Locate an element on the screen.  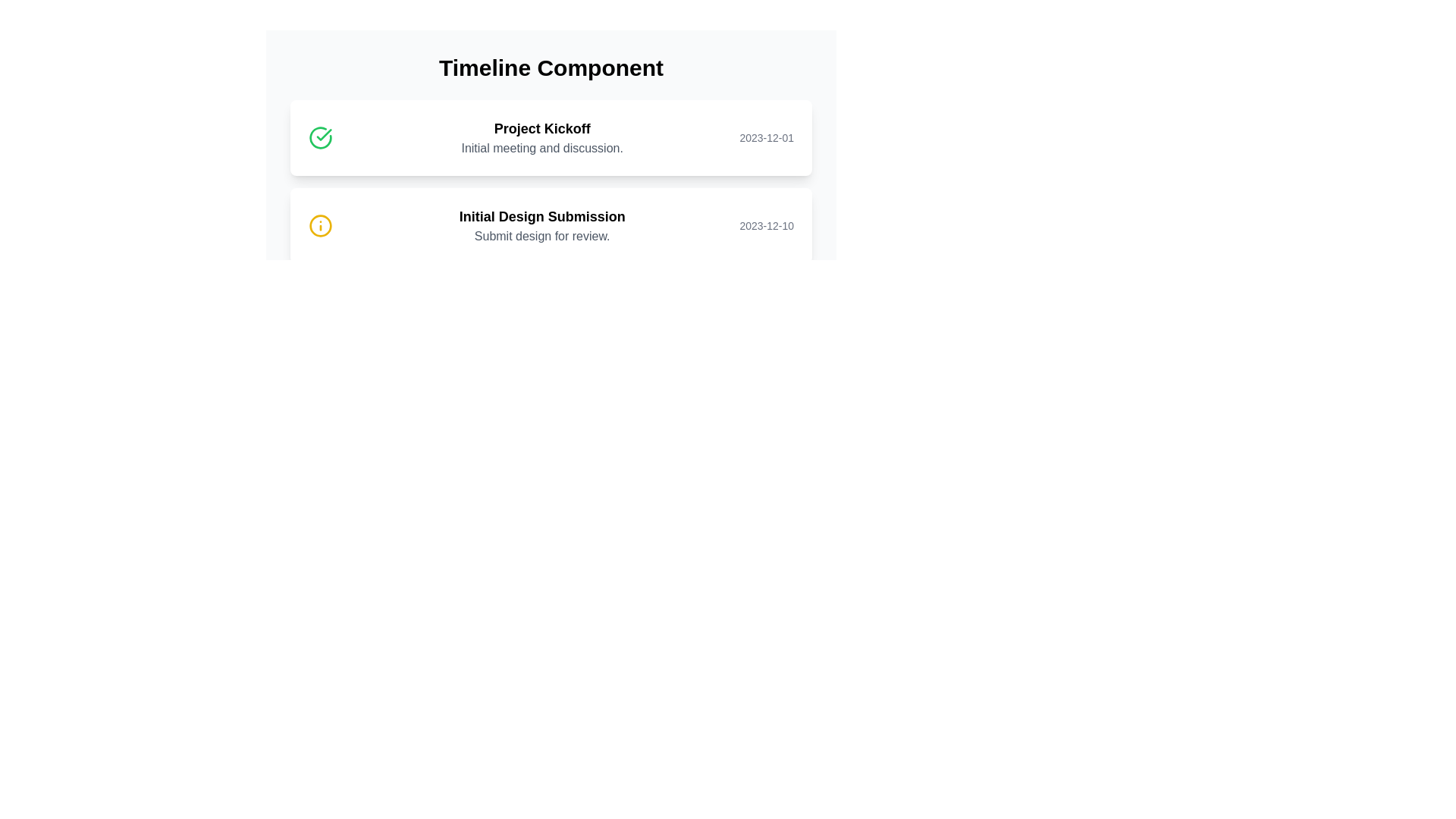
the yellow circular outline icon representing information, located to the left of the text 'Initial Design Submission' in the timeline interface is located at coordinates (319, 225).